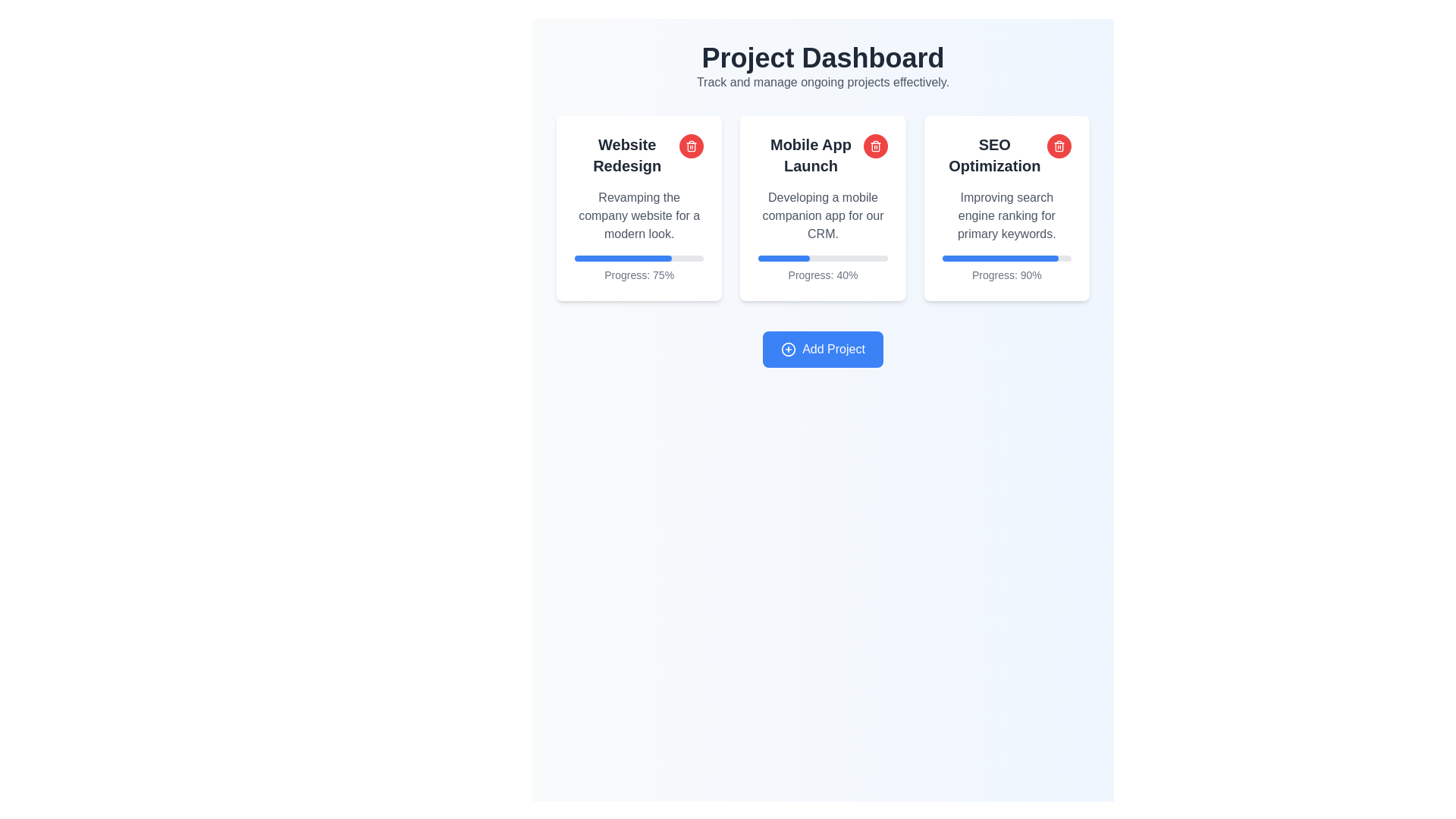  What do you see at coordinates (994, 155) in the screenshot?
I see `the text label 'SEO Optimization' which is styled with bold font and is located at the top of the third card in the 'Project Dashboard'` at bounding box center [994, 155].